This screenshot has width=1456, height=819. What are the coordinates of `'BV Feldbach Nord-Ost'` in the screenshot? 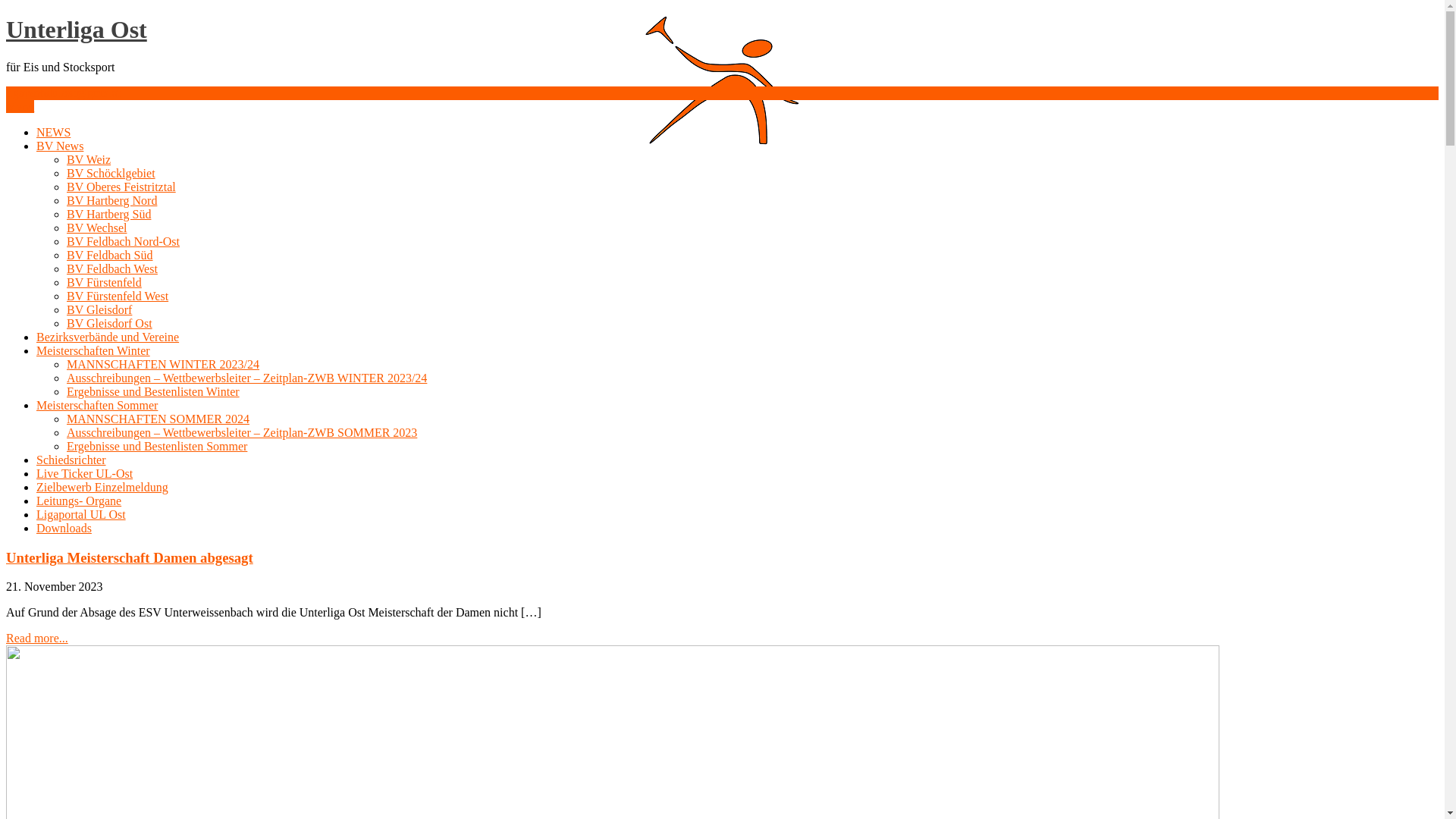 It's located at (123, 240).